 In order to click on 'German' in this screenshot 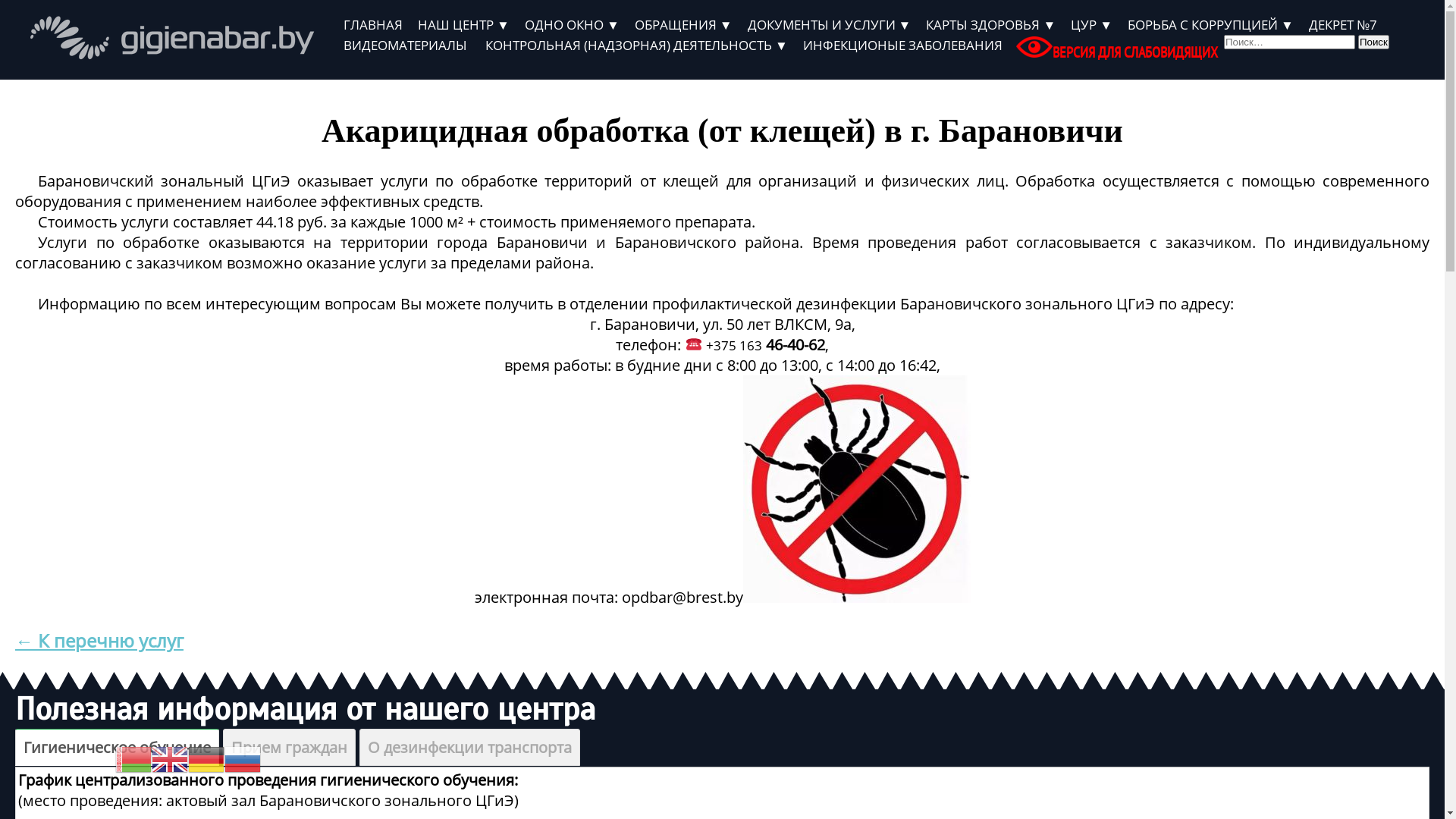, I will do `click(187, 758)`.